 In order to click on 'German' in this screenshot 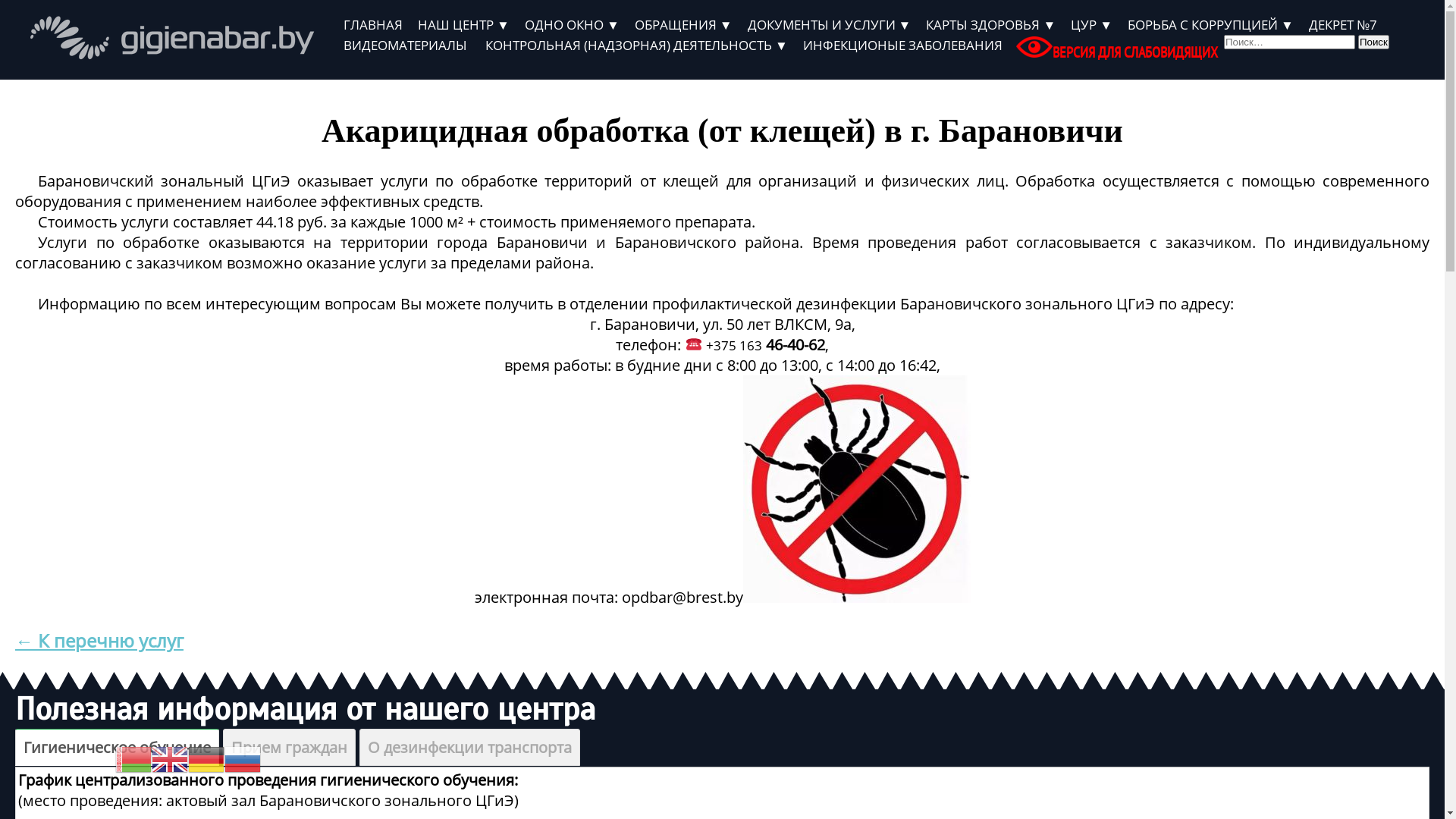, I will do `click(187, 758)`.